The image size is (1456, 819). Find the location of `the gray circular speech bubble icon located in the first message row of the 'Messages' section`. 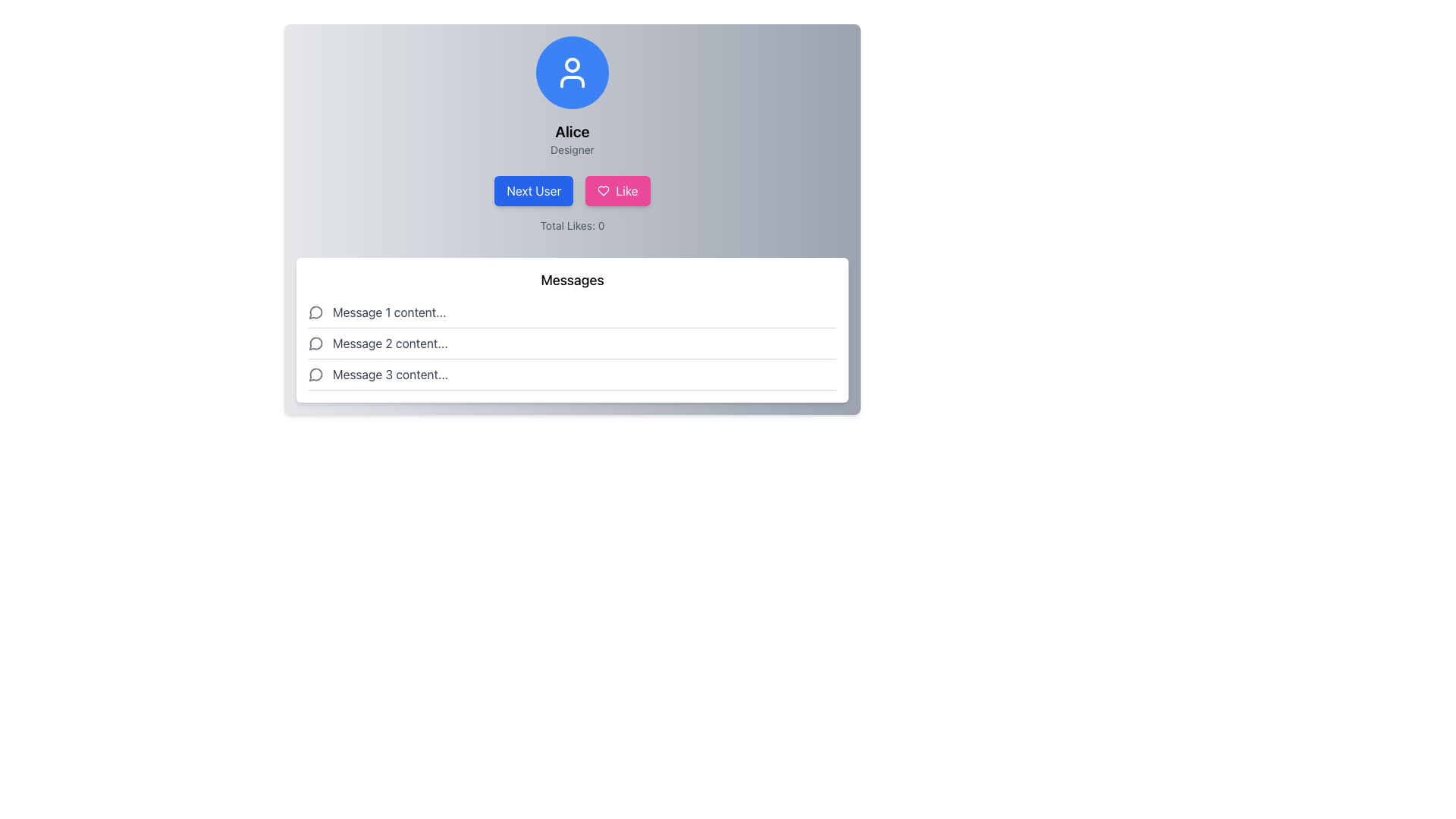

the gray circular speech bubble icon located in the first message row of the 'Messages' section is located at coordinates (315, 312).